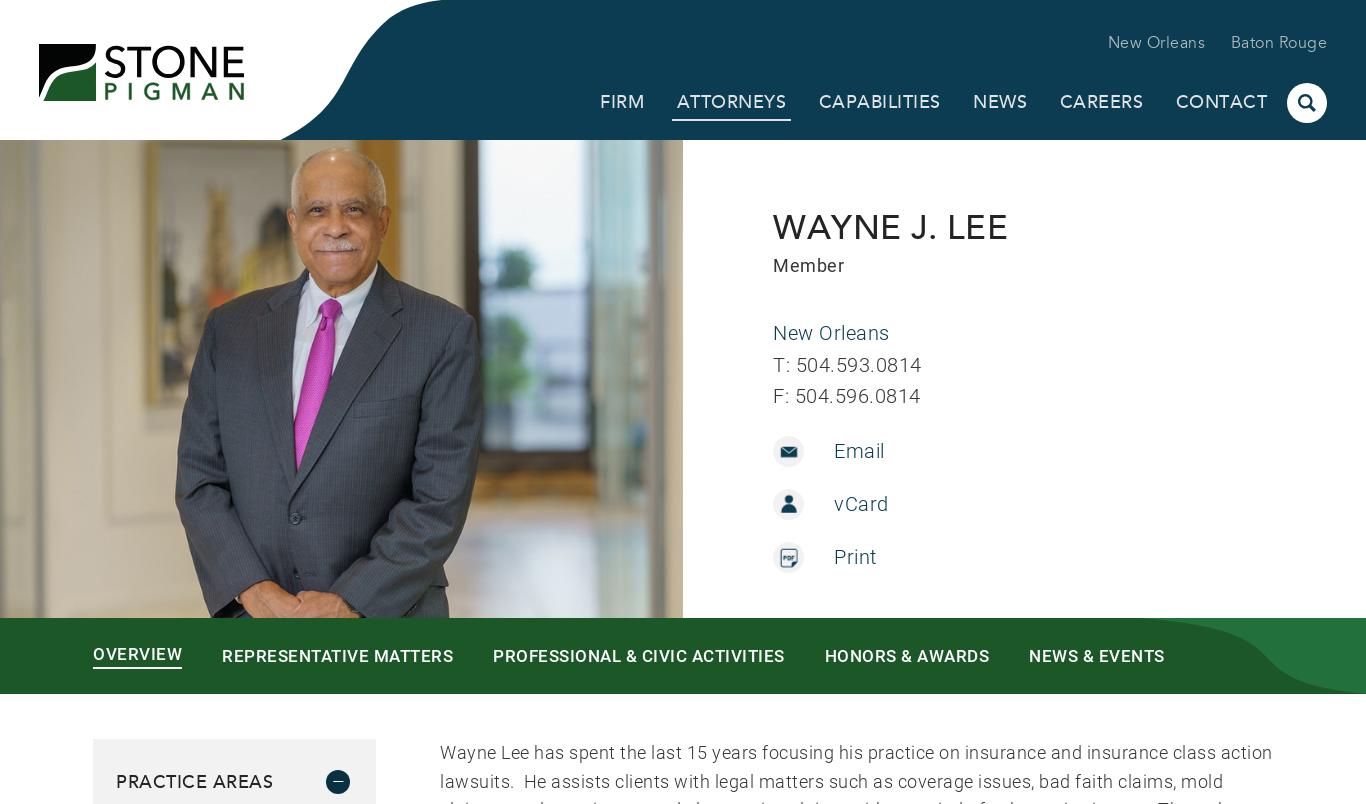  What do you see at coordinates (1000, 102) in the screenshot?
I see `'News'` at bounding box center [1000, 102].